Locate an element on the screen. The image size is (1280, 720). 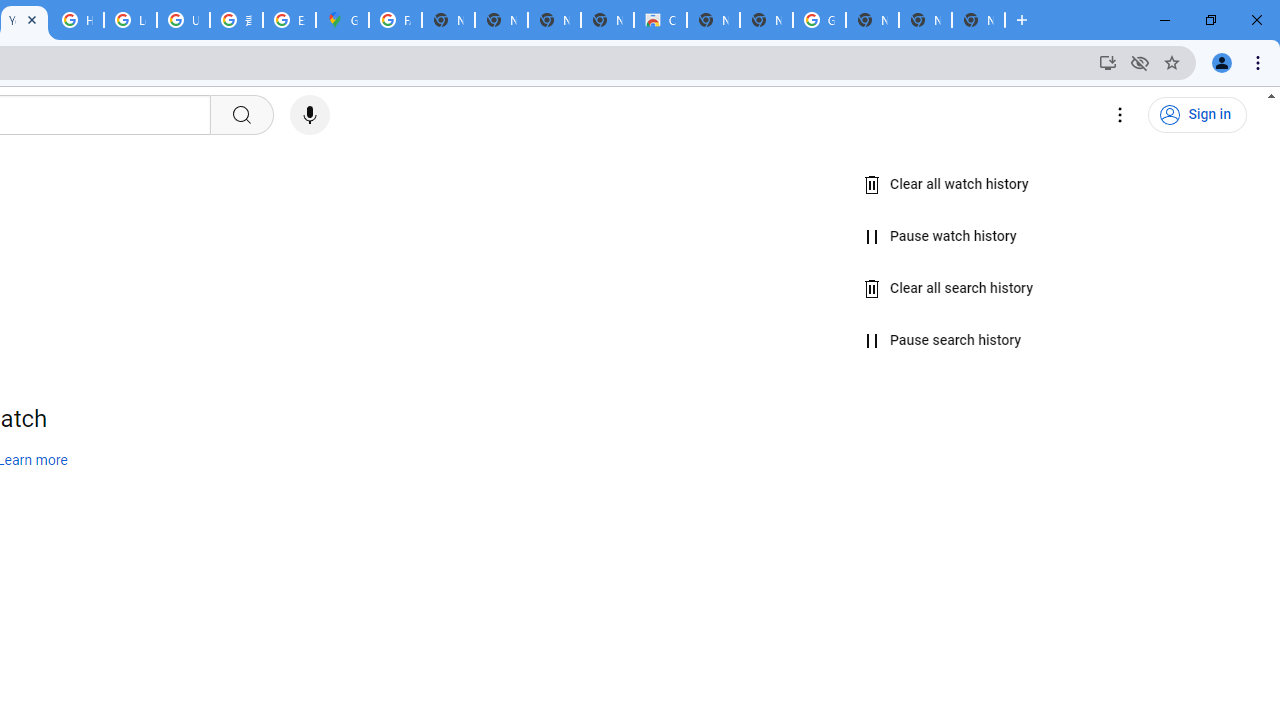
'Google Maps' is located at coordinates (342, 20).